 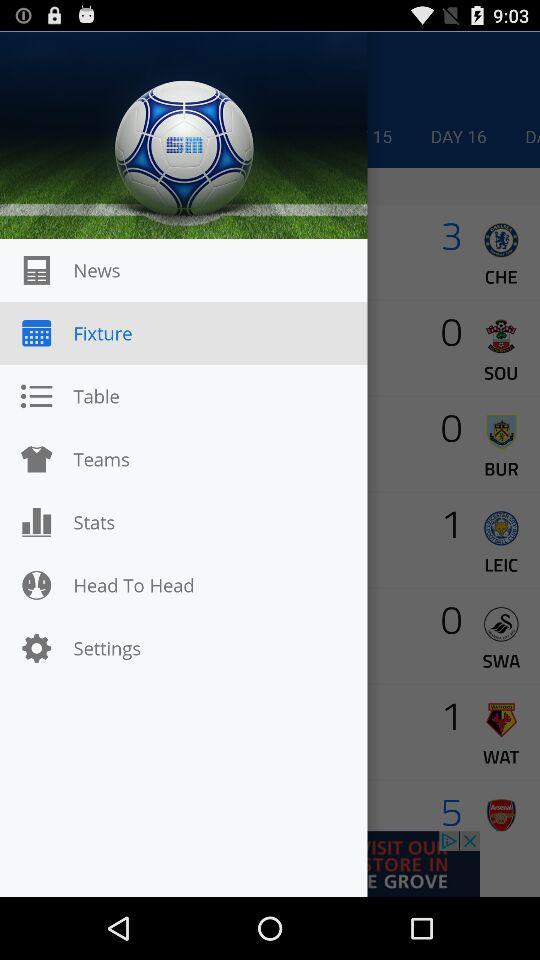 I want to click on the settings symbol which is  below head to head symbol, so click(x=36, y=647).